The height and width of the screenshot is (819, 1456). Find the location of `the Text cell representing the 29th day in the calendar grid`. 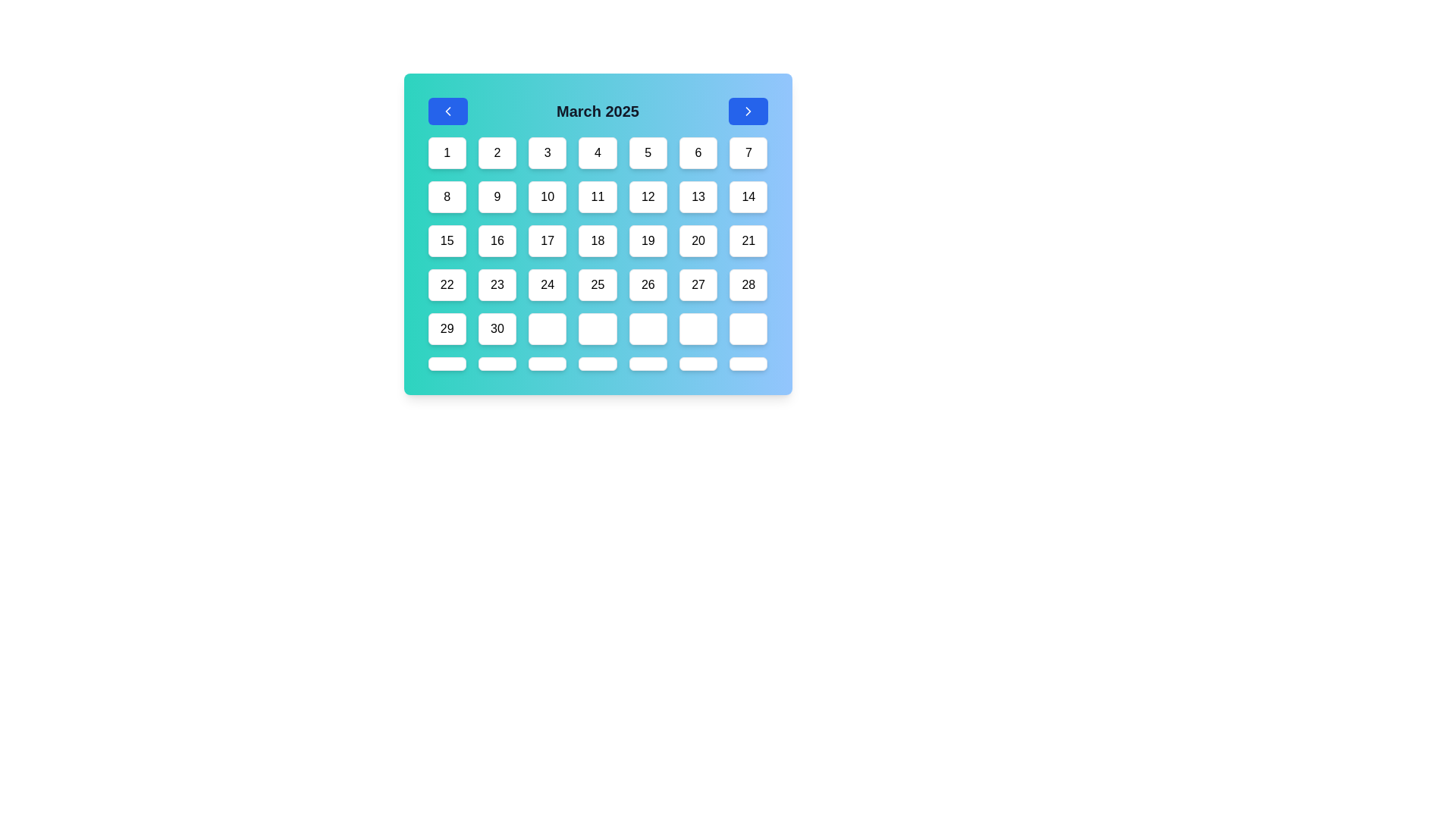

the Text cell representing the 29th day in the calendar grid is located at coordinates (446, 328).